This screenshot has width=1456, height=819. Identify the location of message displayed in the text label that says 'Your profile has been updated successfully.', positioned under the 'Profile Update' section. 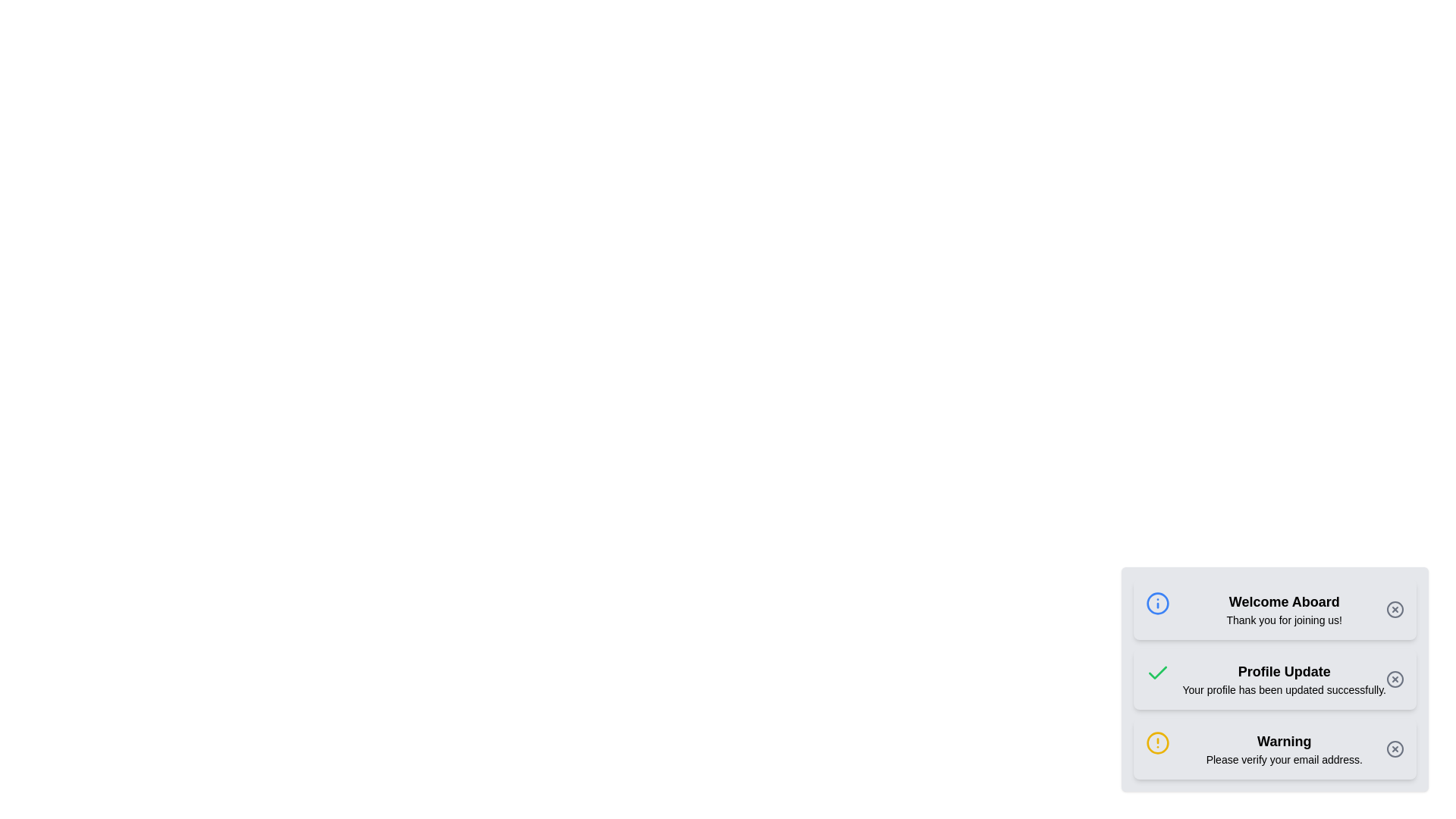
(1283, 690).